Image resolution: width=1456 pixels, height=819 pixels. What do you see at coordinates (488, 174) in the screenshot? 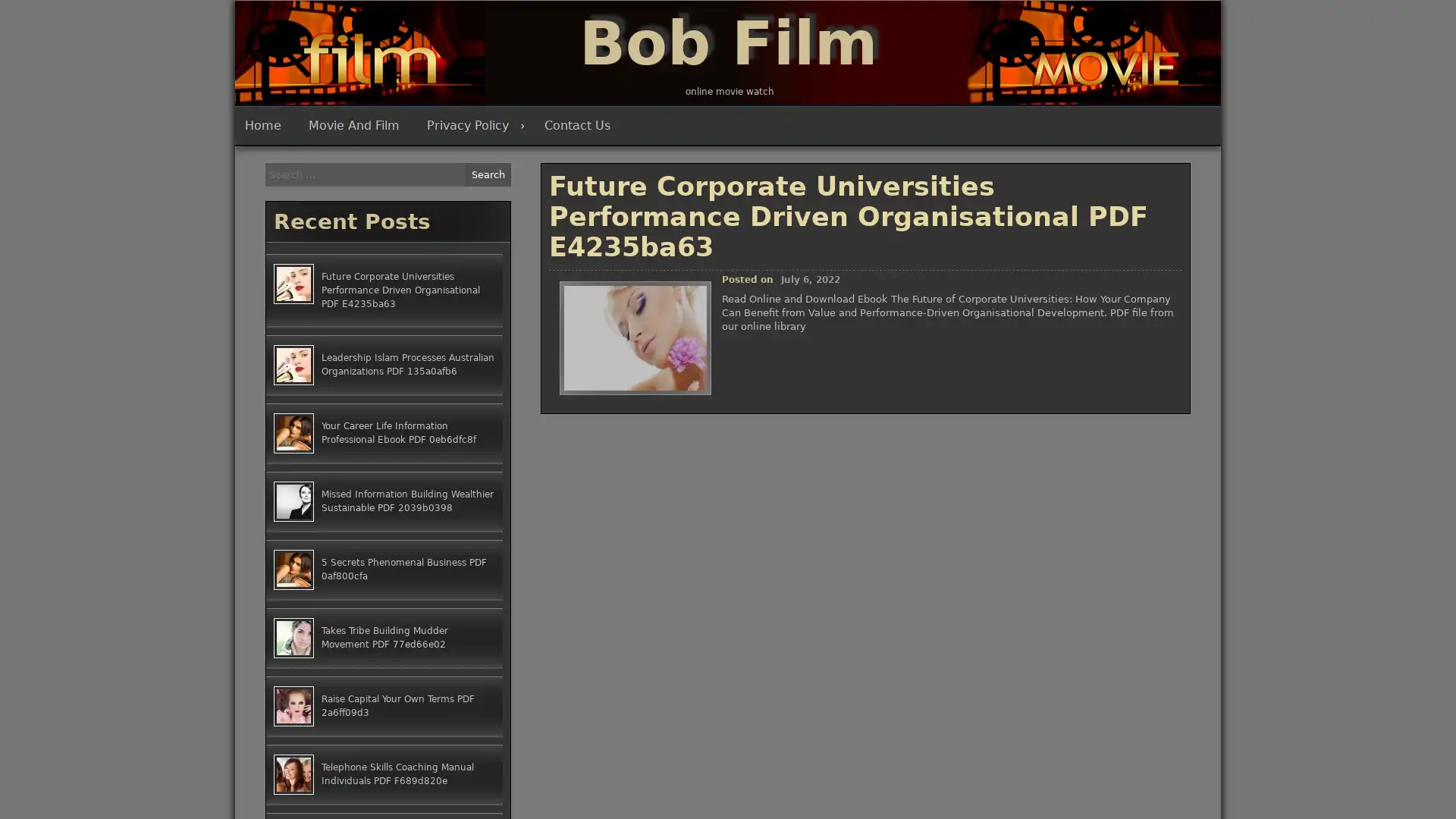
I see `Search` at bounding box center [488, 174].